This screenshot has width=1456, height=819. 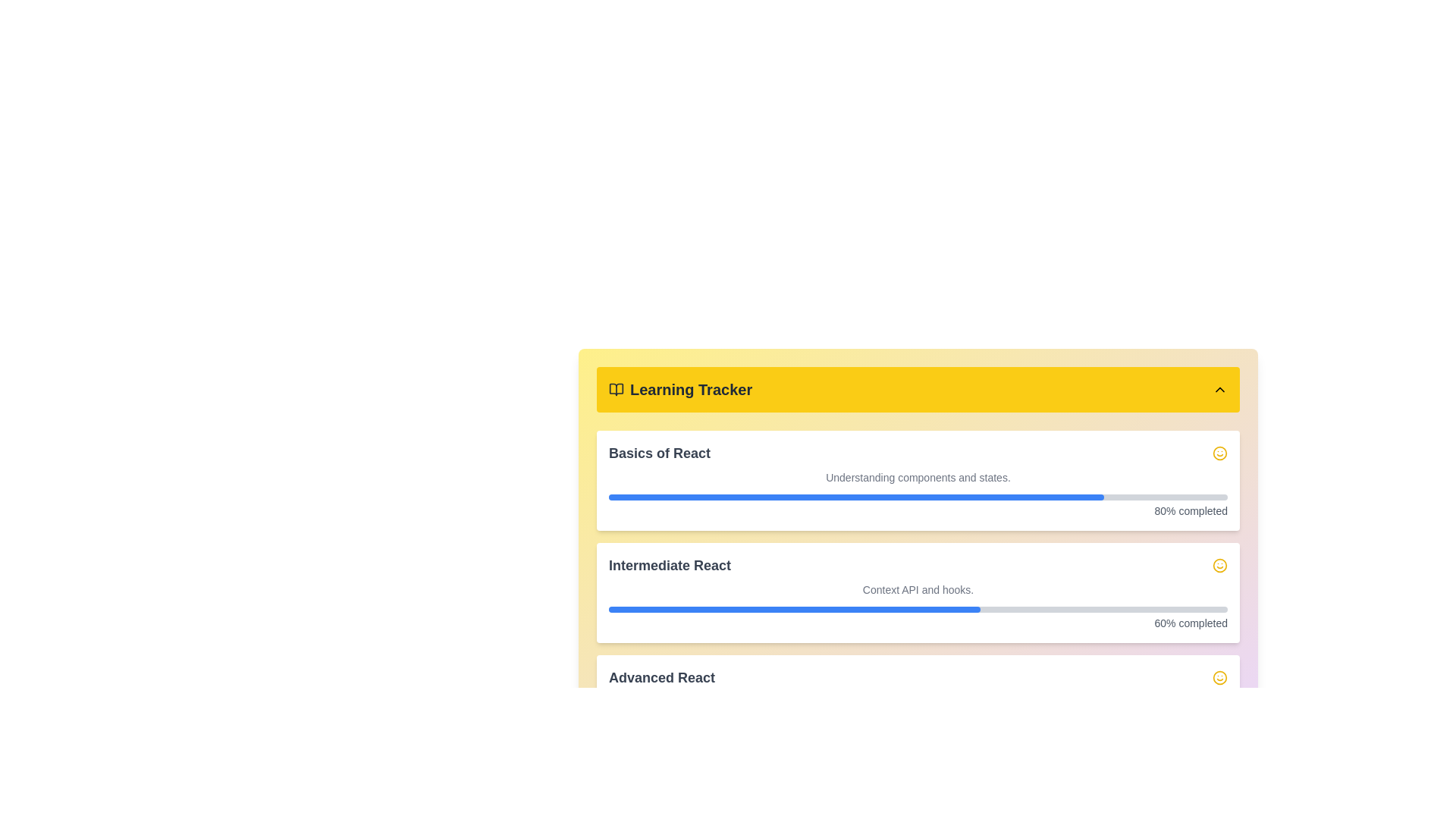 I want to click on the textual element displaying 'Understanding components and states.' styled in small gray font, located below the heading 'Basics of React', so click(x=917, y=476).